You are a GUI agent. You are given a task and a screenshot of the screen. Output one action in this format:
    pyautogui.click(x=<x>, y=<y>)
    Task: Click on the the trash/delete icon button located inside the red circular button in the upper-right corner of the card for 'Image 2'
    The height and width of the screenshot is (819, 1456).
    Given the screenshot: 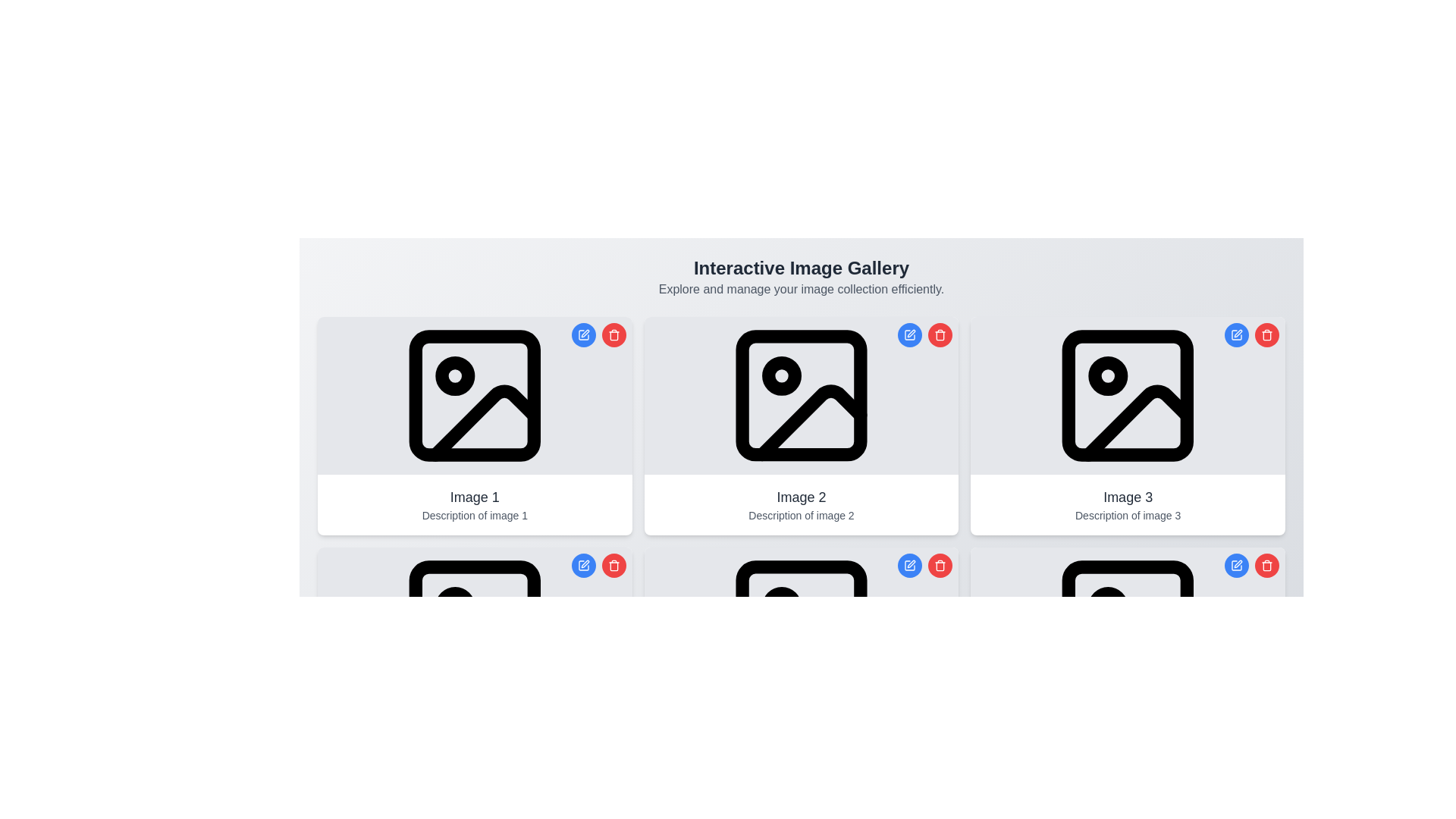 What is the action you would take?
    pyautogui.click(x=940, y=334)
    